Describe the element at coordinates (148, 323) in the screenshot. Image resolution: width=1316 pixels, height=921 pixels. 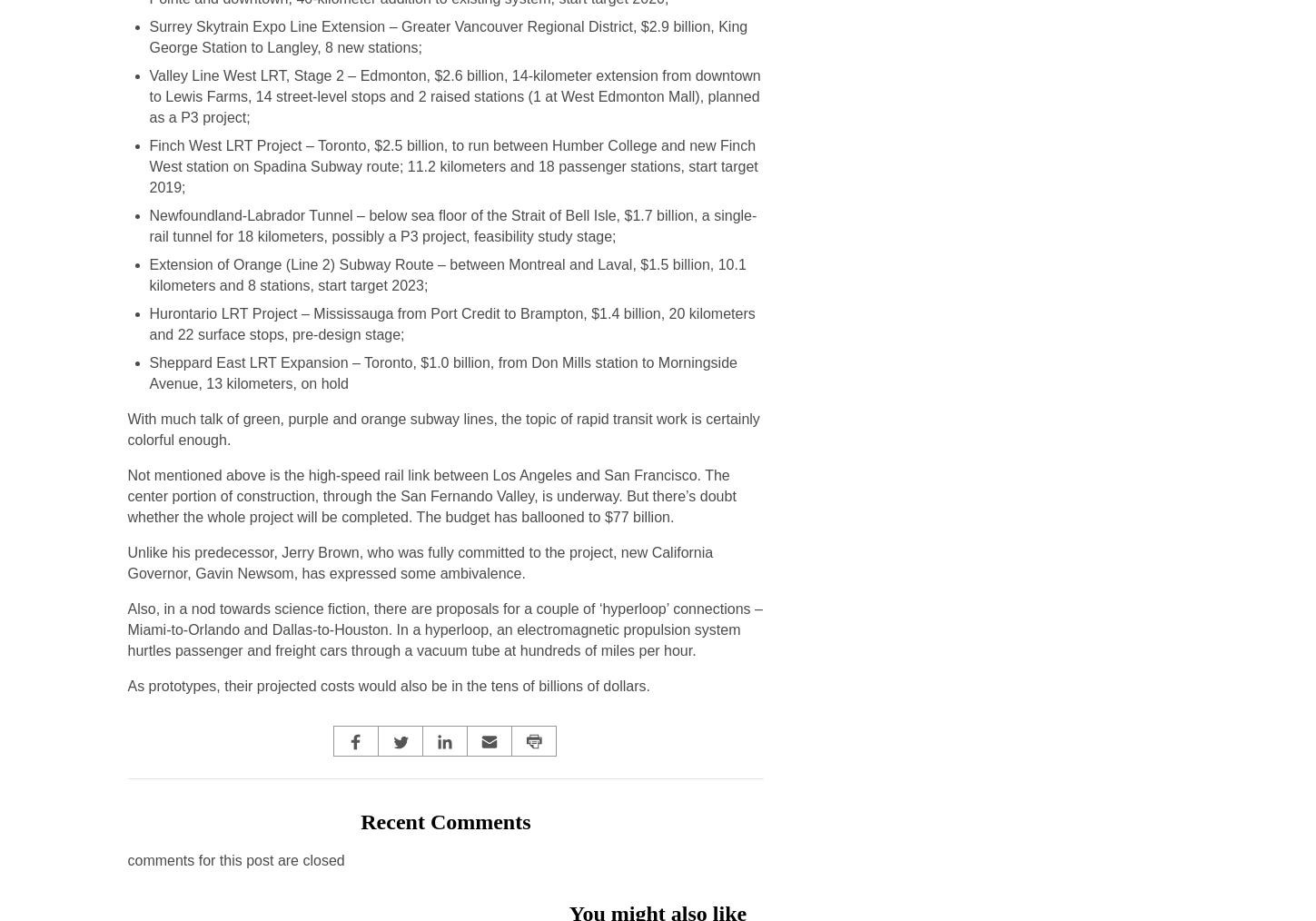
I see `'Hurontario  LRT Project – Mississauga from Port Credit to Brampton, $1.4 billion, 20  kilometers and 22 surface stops, pre-design stage;'` at that location.